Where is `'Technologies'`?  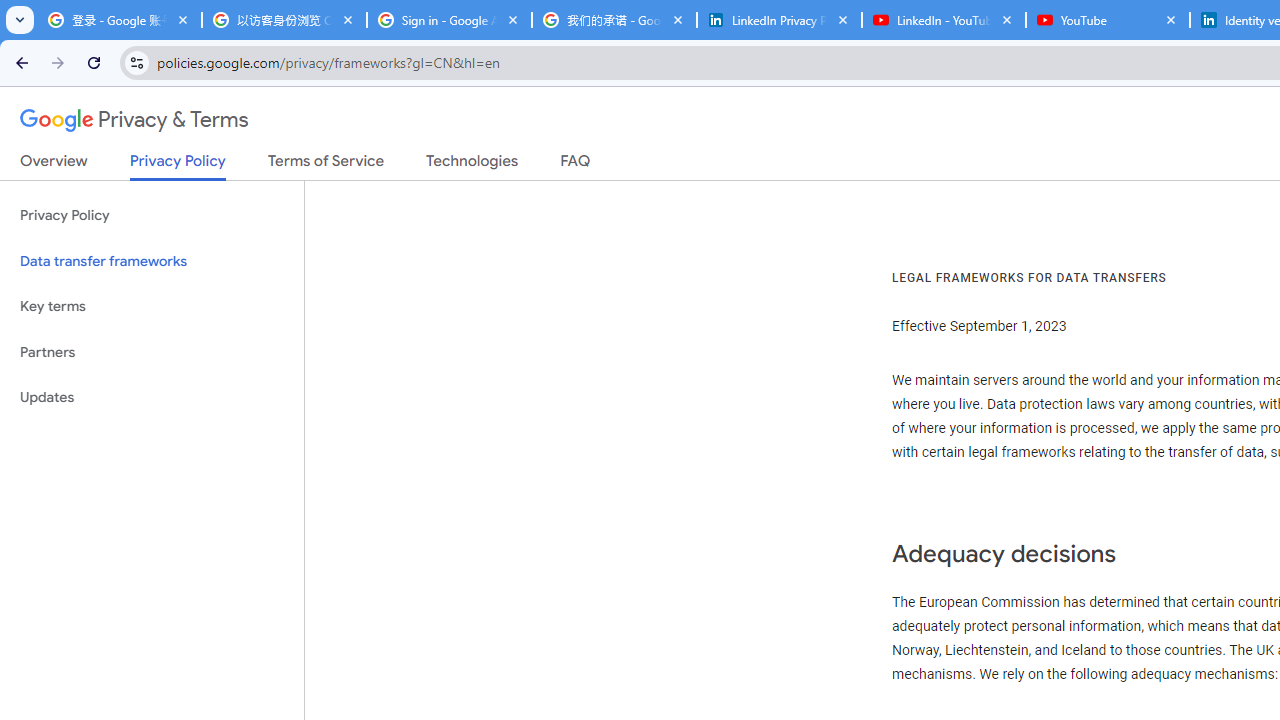
'Technologies' is located at coordinates (471, 164).